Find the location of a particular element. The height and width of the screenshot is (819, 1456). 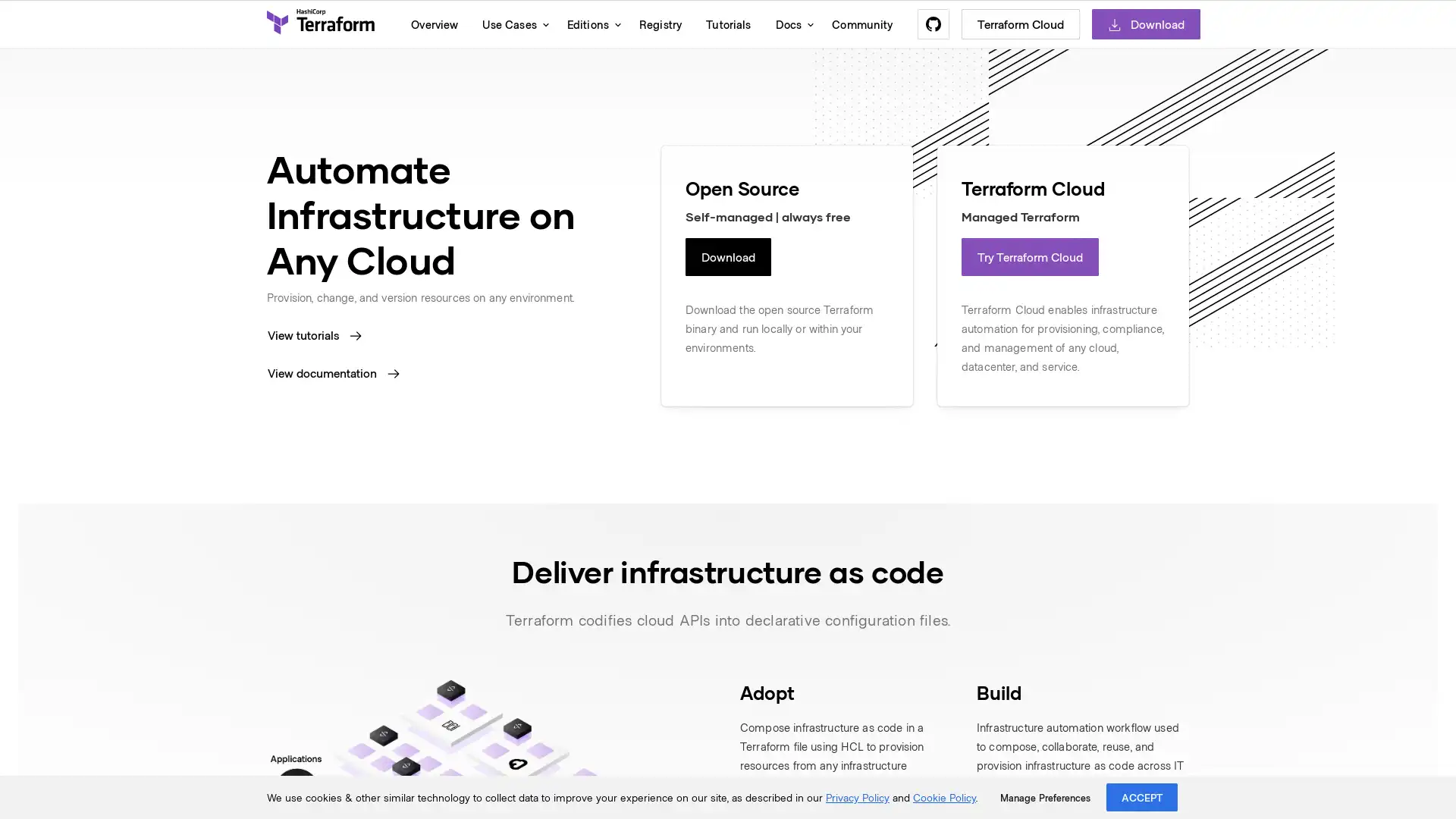

Editions is located at coordinates (589, 24).